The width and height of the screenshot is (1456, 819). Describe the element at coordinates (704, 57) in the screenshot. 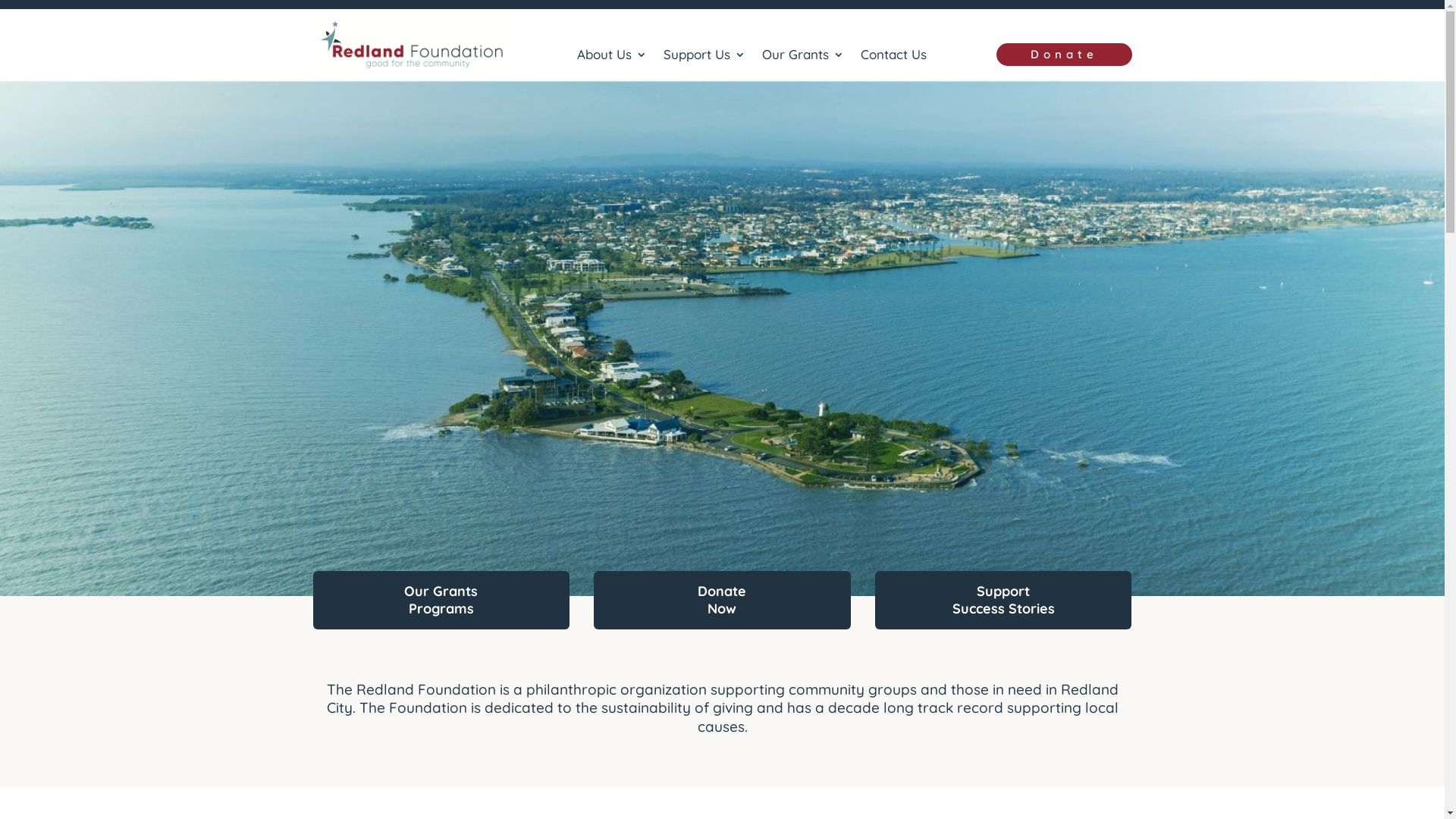

I see `'Support Us'` at that location.